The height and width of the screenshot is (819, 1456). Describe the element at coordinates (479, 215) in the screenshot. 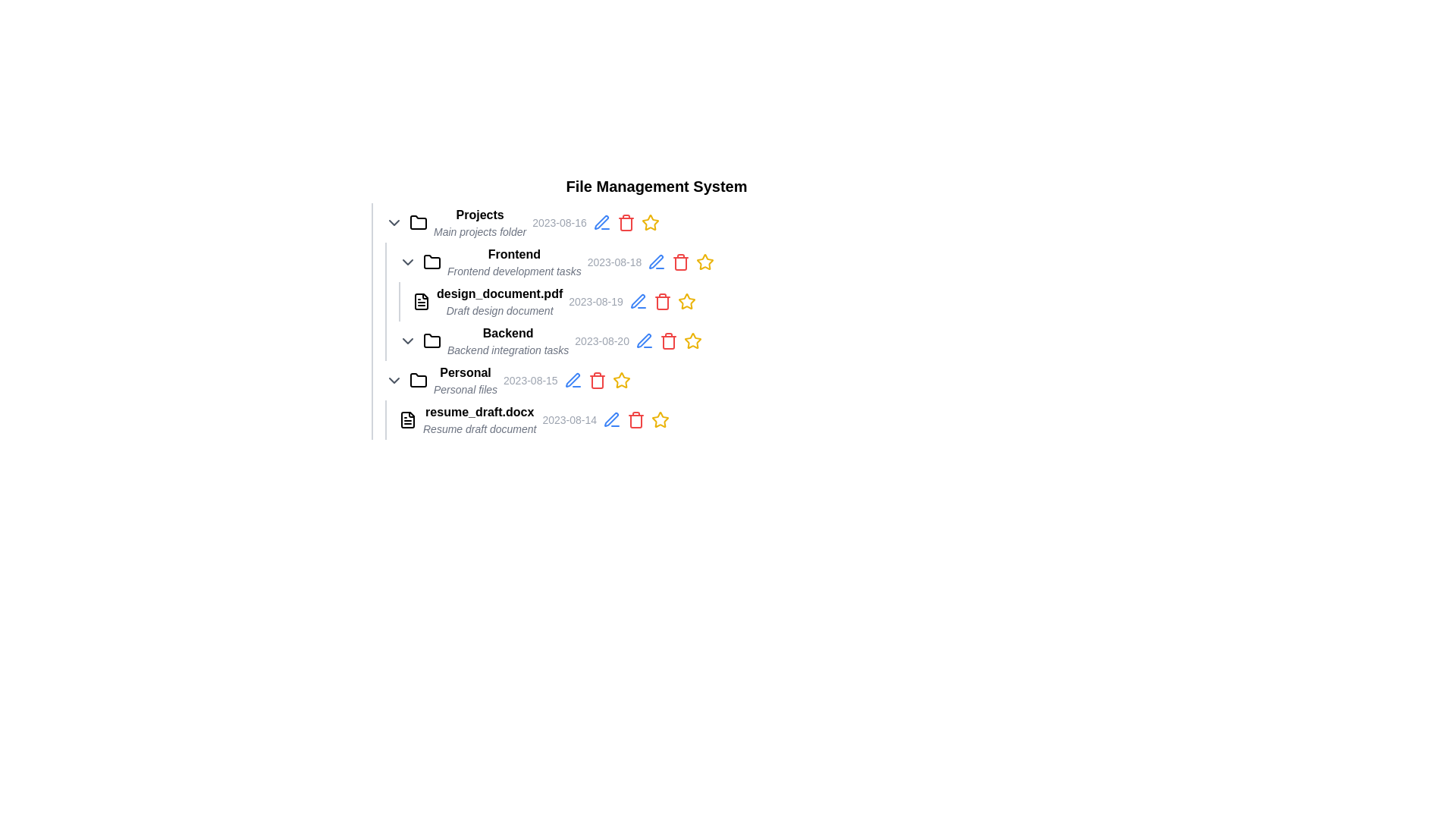

I see `the bolded text label that reads 'Projects', which is styled prominently at the top of the left panel in the file management interface` at that location.